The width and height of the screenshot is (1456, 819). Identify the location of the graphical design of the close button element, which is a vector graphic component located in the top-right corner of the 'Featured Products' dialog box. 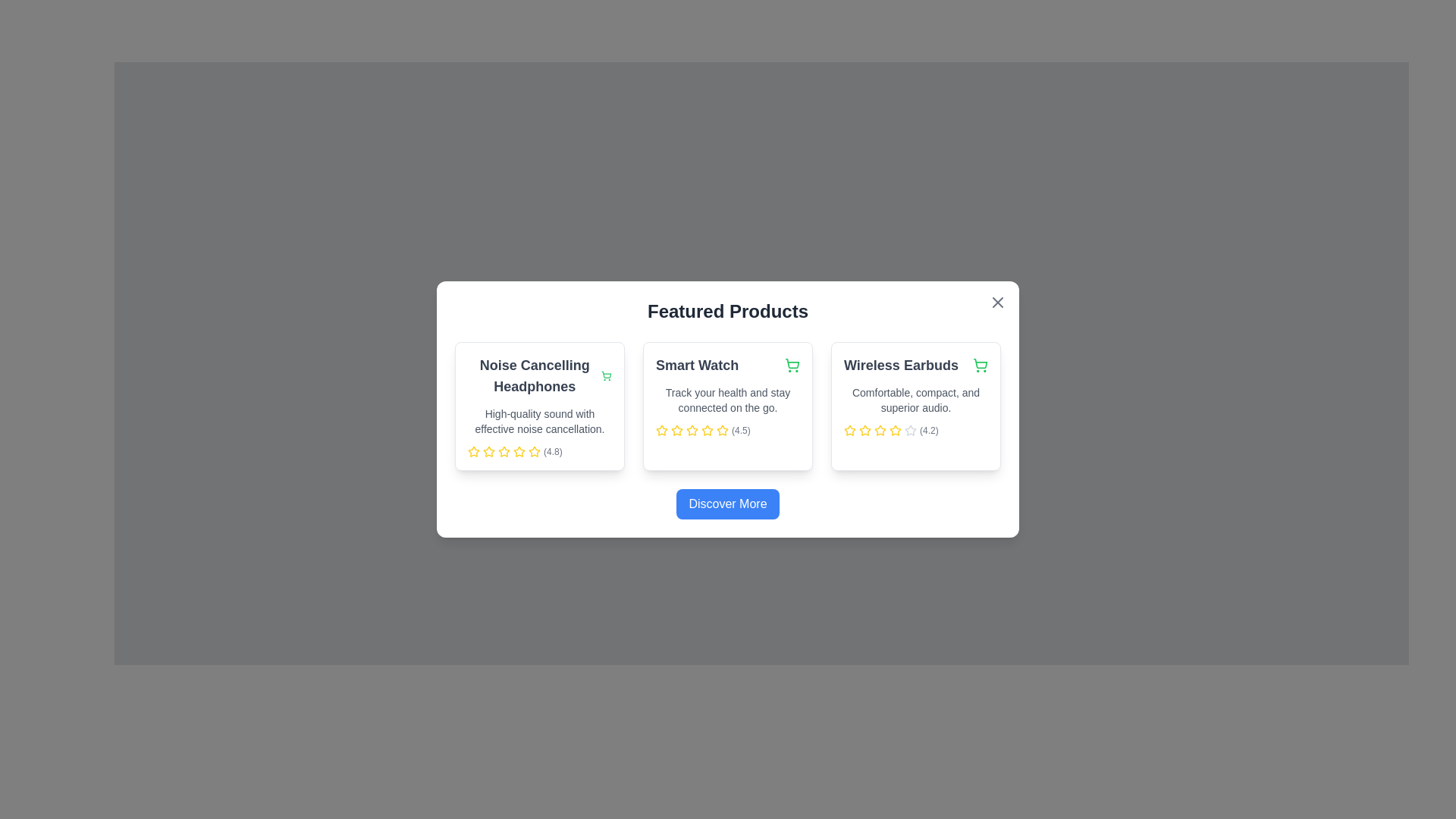
(997, 302).